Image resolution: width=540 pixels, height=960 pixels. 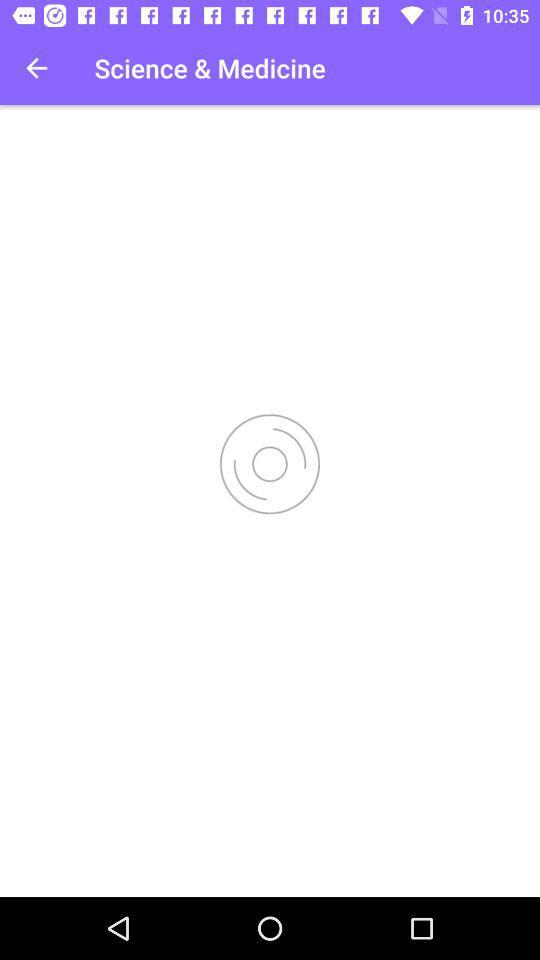 I want to click on the icon next to science & medicine, so click(x=36, y=68).